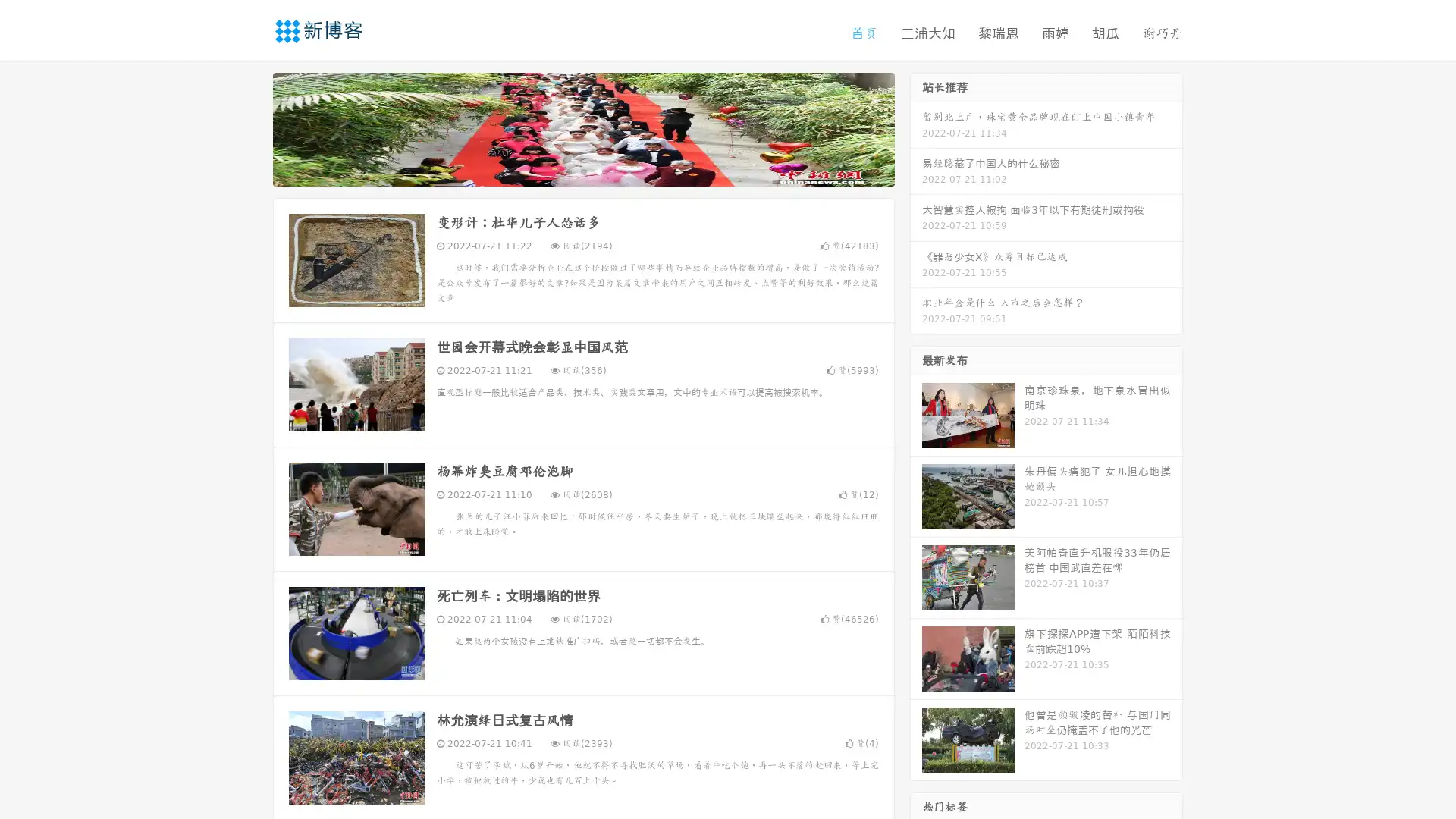 This screenshot has width=1456, height=819. What do you see at coordinates (250, 127) in the screenshot?
I see `Previous slide` at bounding box center [250, 127].